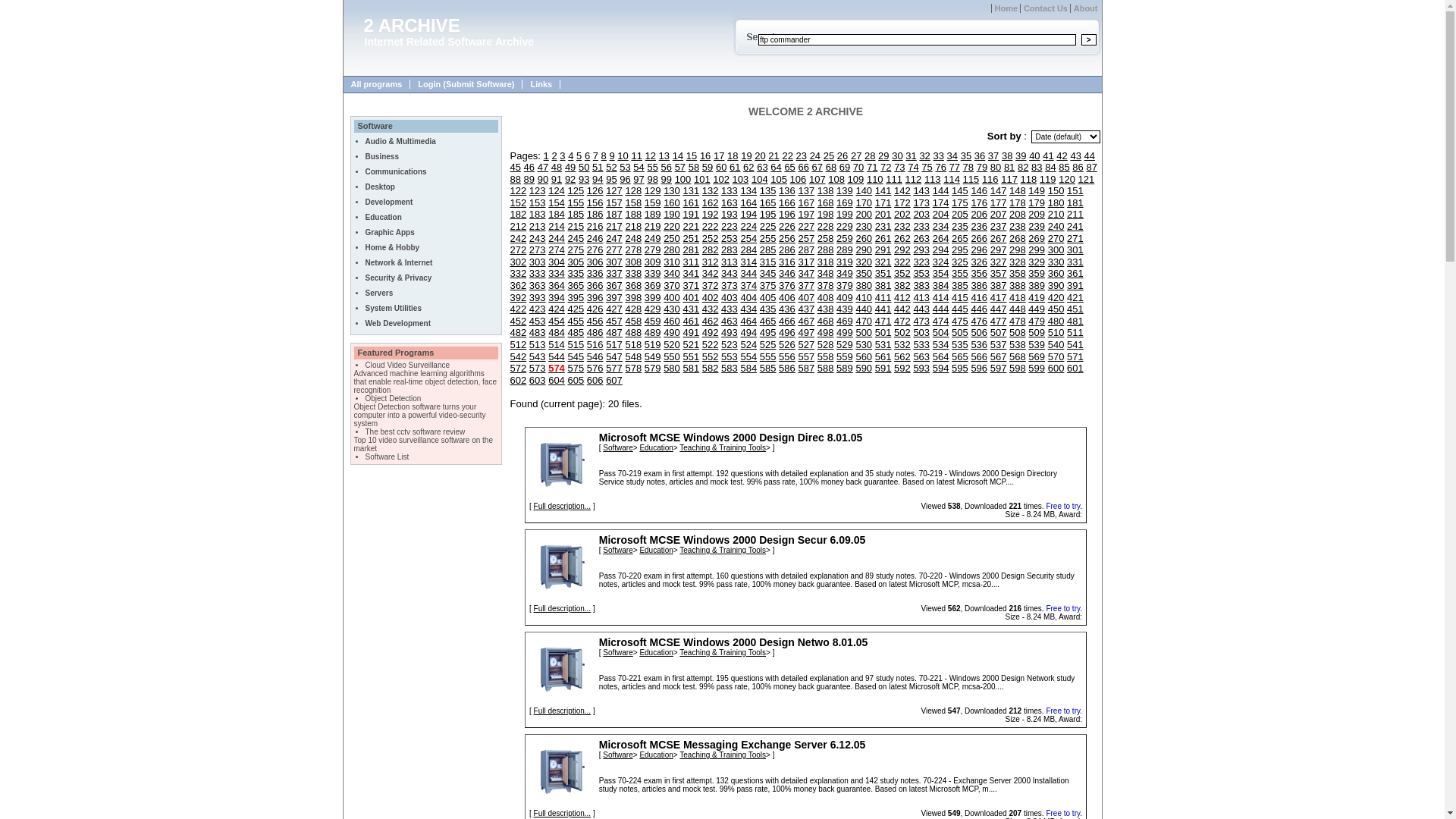 The image size is (1456, 819). I want to click on '555', so click(760, 356).